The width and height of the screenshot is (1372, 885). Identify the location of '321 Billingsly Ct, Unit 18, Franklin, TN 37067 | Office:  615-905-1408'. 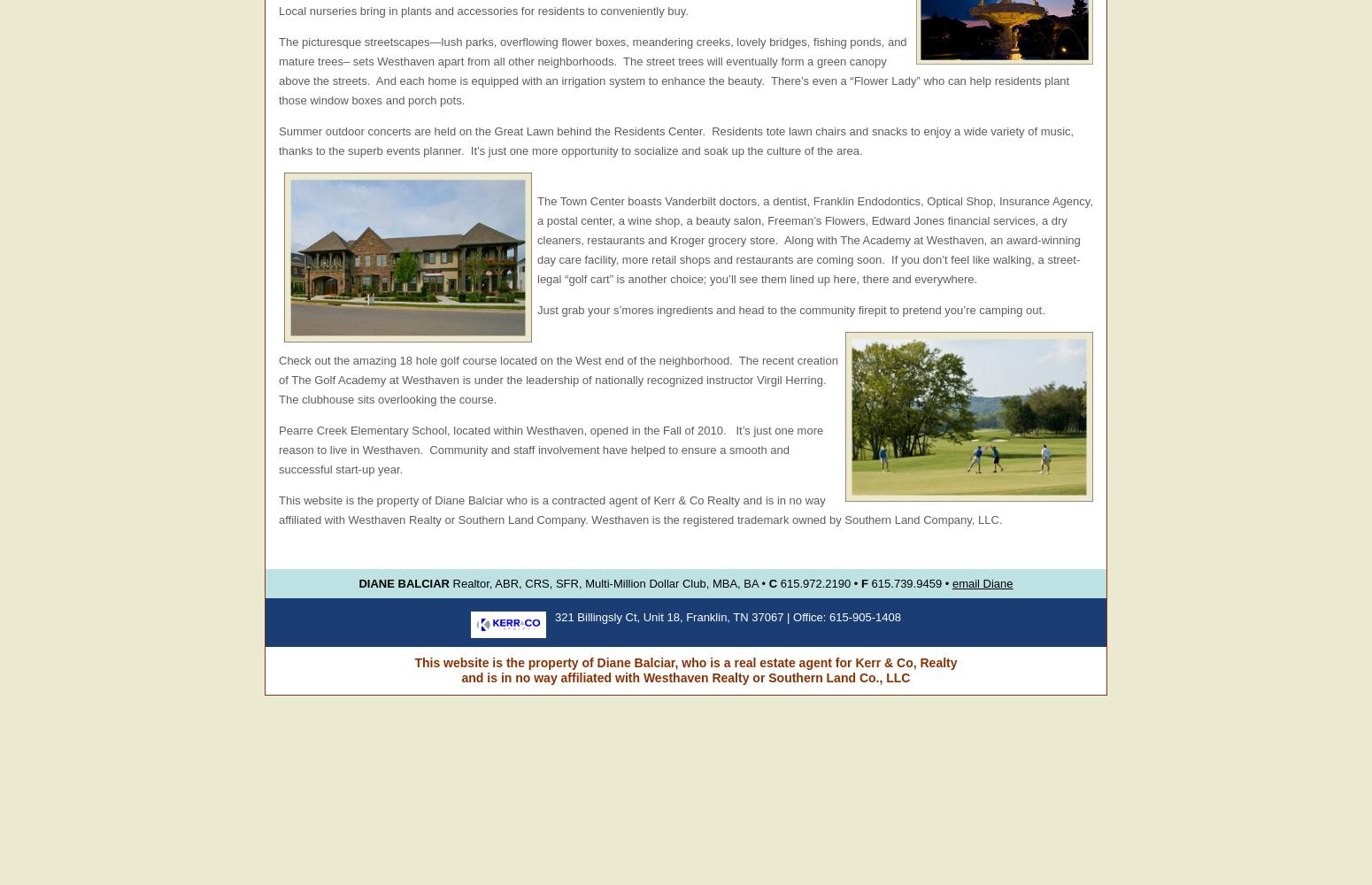
(553, 616).